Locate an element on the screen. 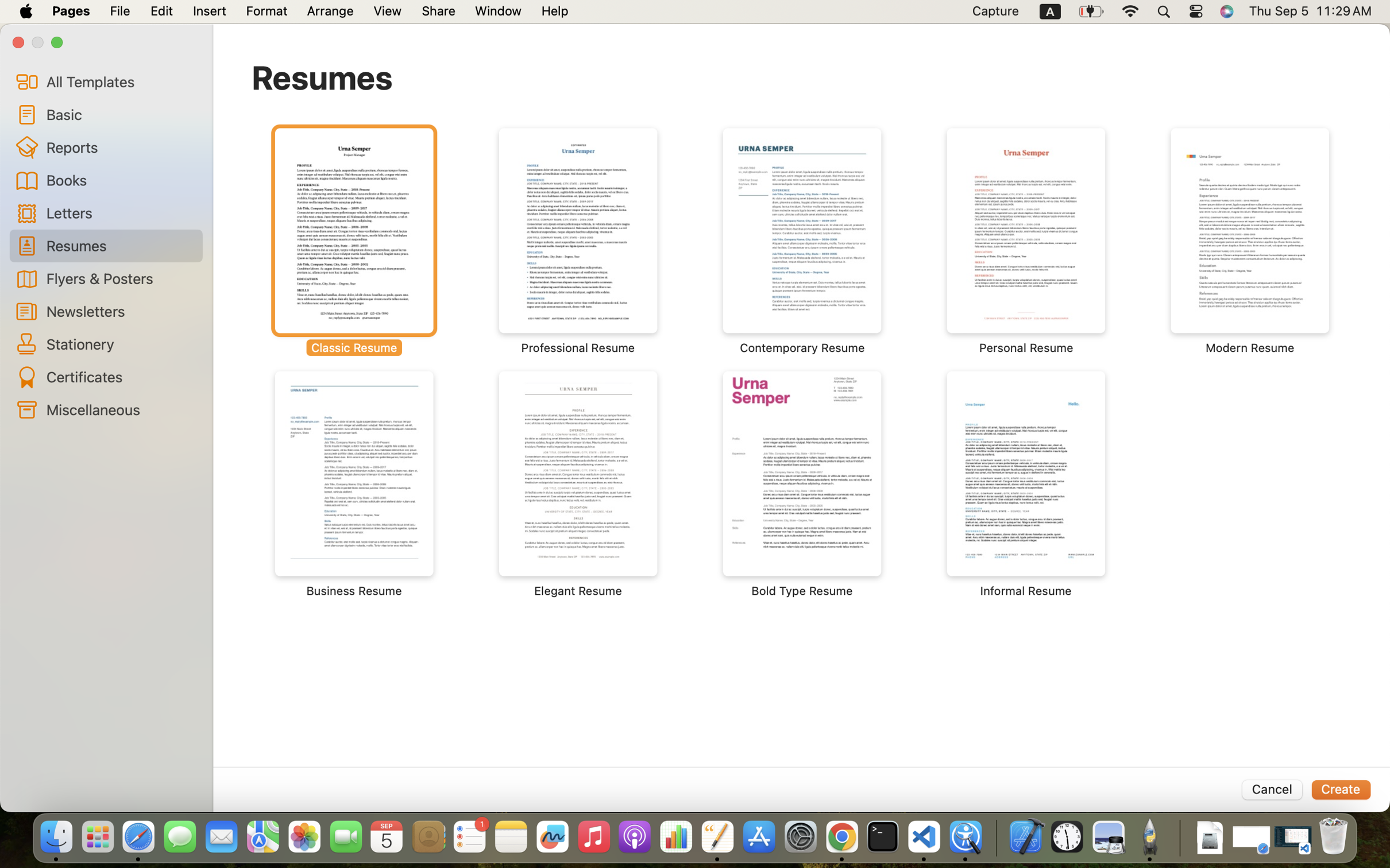  'Letters' is located at coordinates (119, 212).